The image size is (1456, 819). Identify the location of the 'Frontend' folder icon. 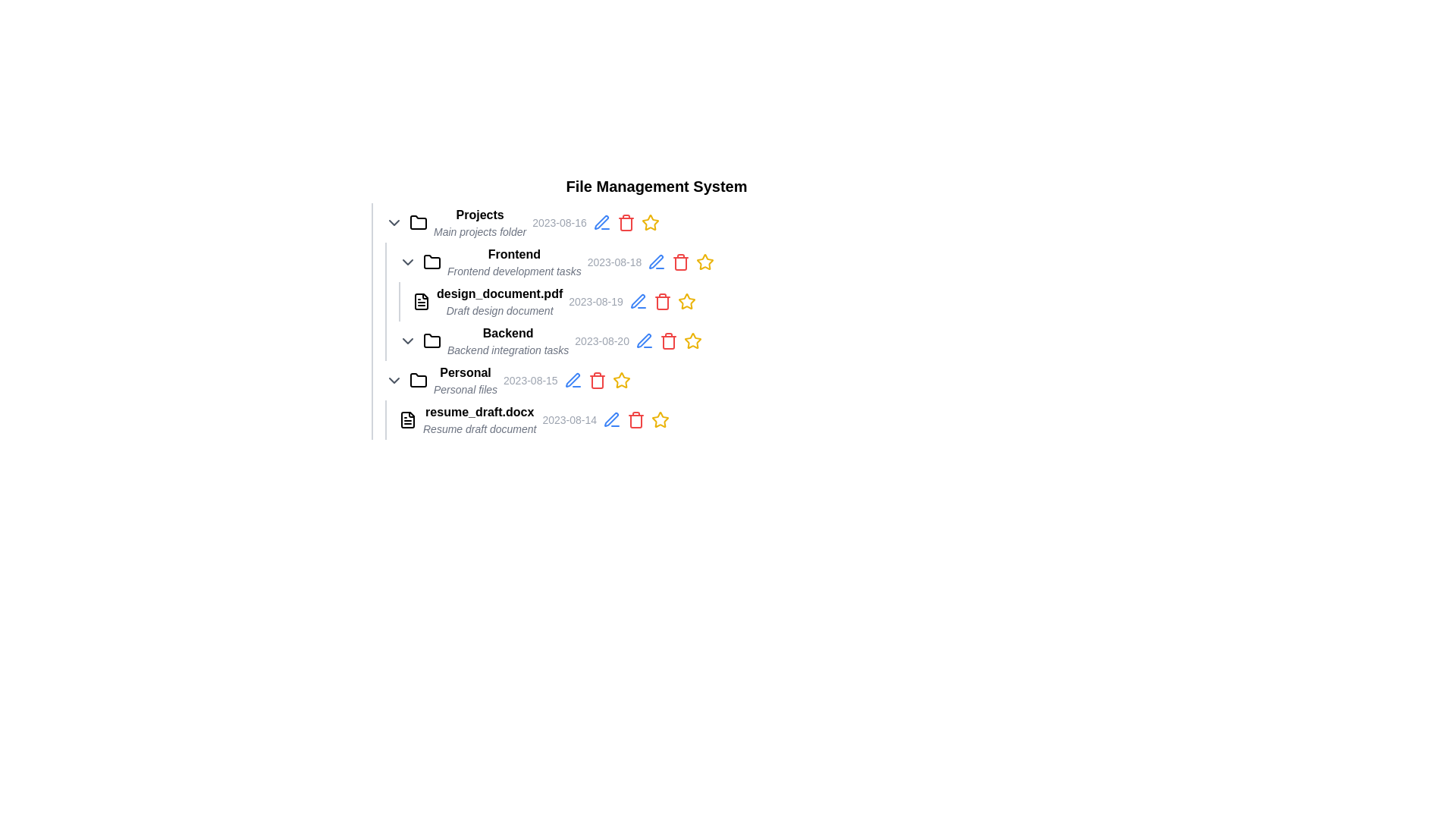
(431, 262).